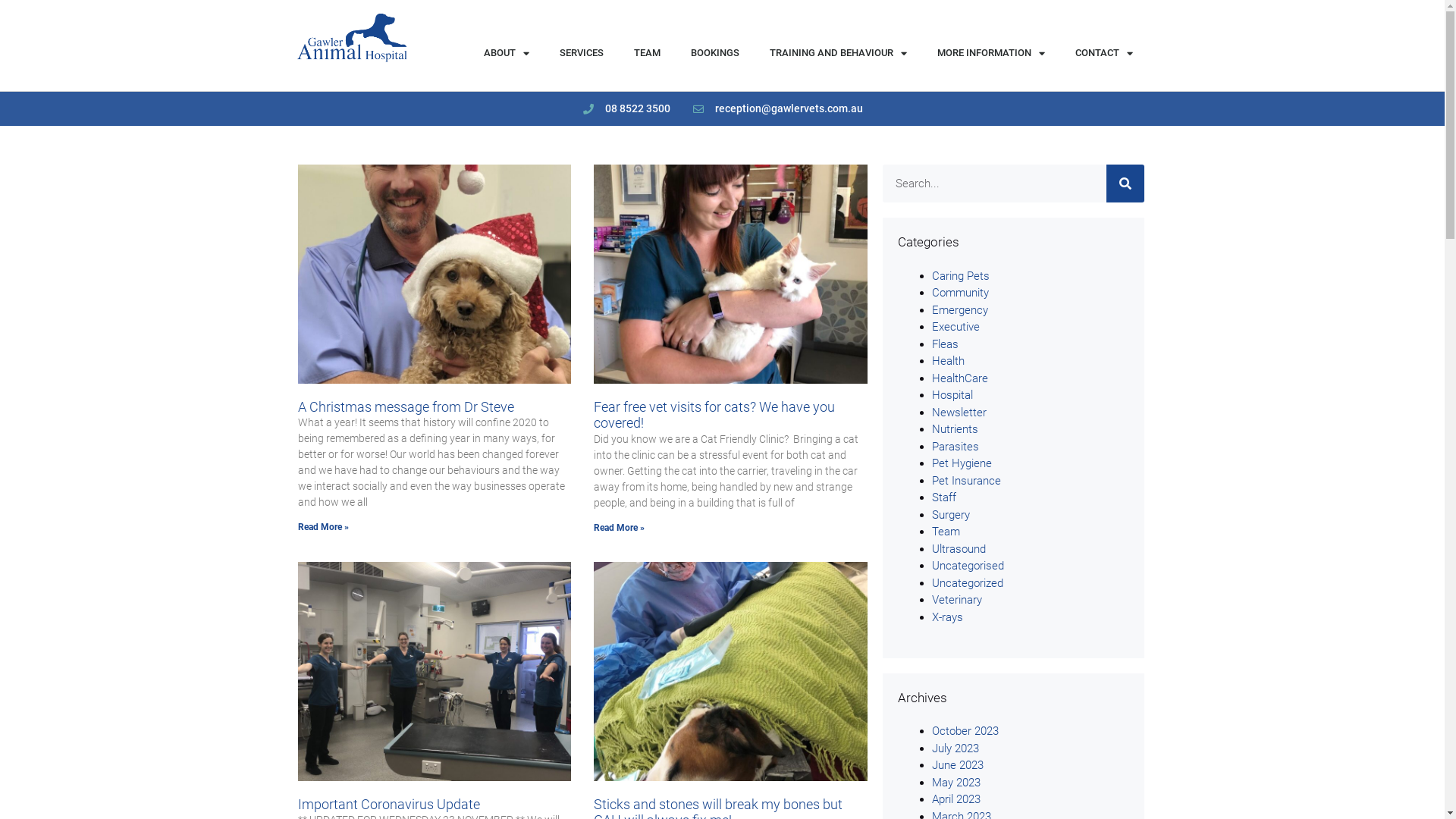 This screenshot has height=819, width=1456. What do you see at coordinates (837, 52) in the screenshot?
I see `'TRAINING AND BEHAVIOUR'` at bounding box center [837, 52].